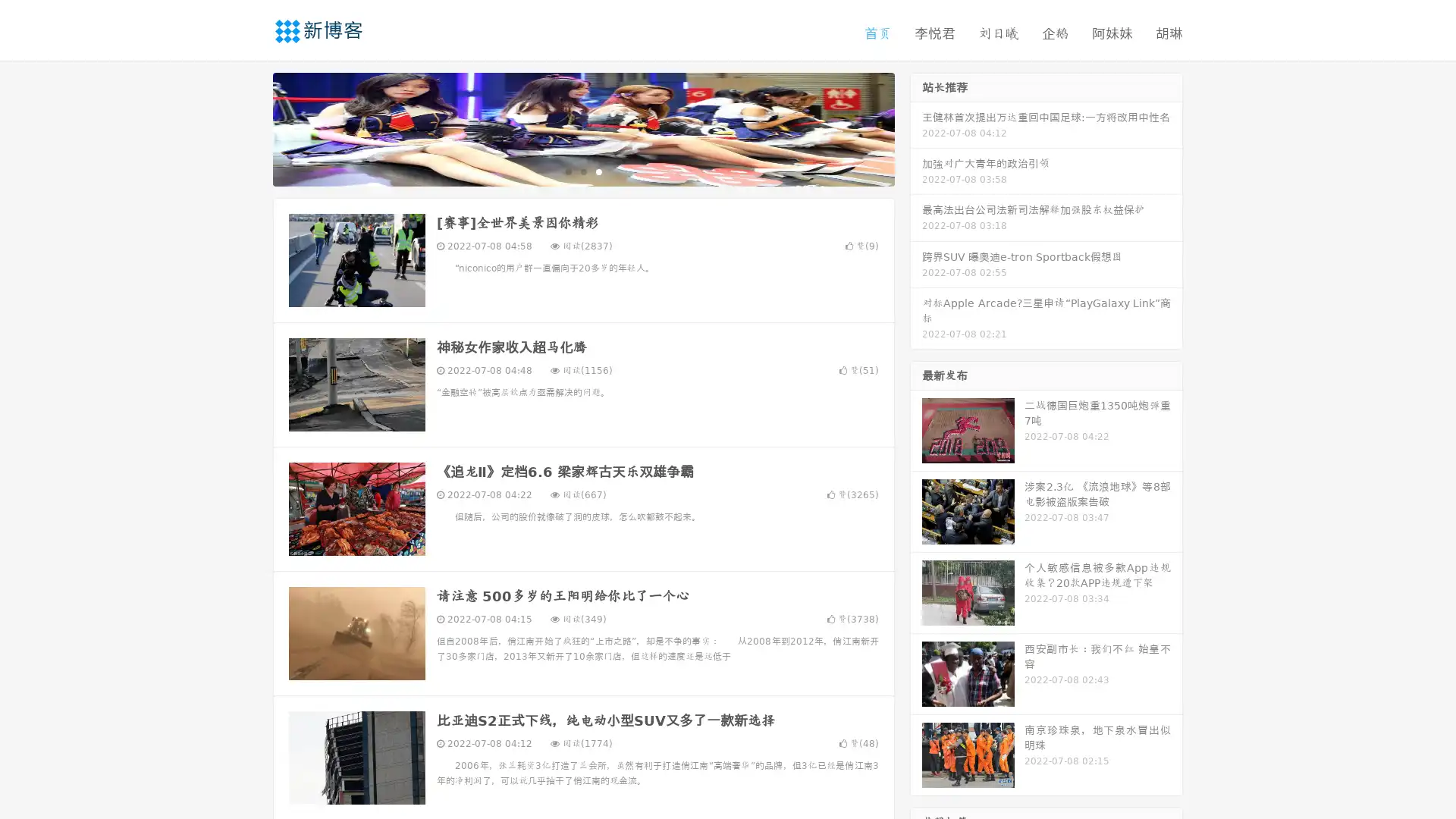 Image resolution: width=1456 pixels, height=819 pixels. I want to click on Next slide, so click(916, 127).